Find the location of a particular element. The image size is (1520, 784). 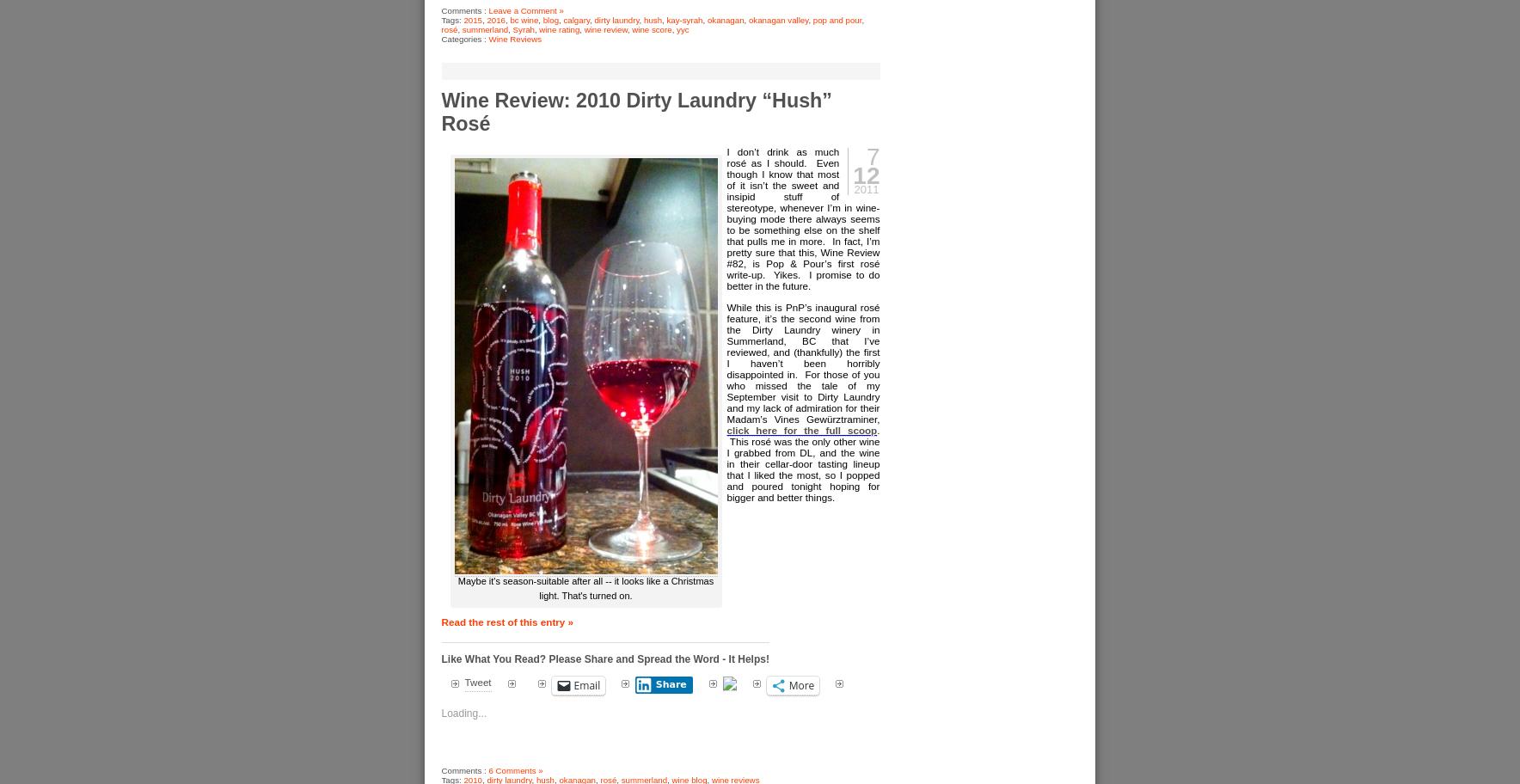

'rosé' is located at coordinates (448, 28).